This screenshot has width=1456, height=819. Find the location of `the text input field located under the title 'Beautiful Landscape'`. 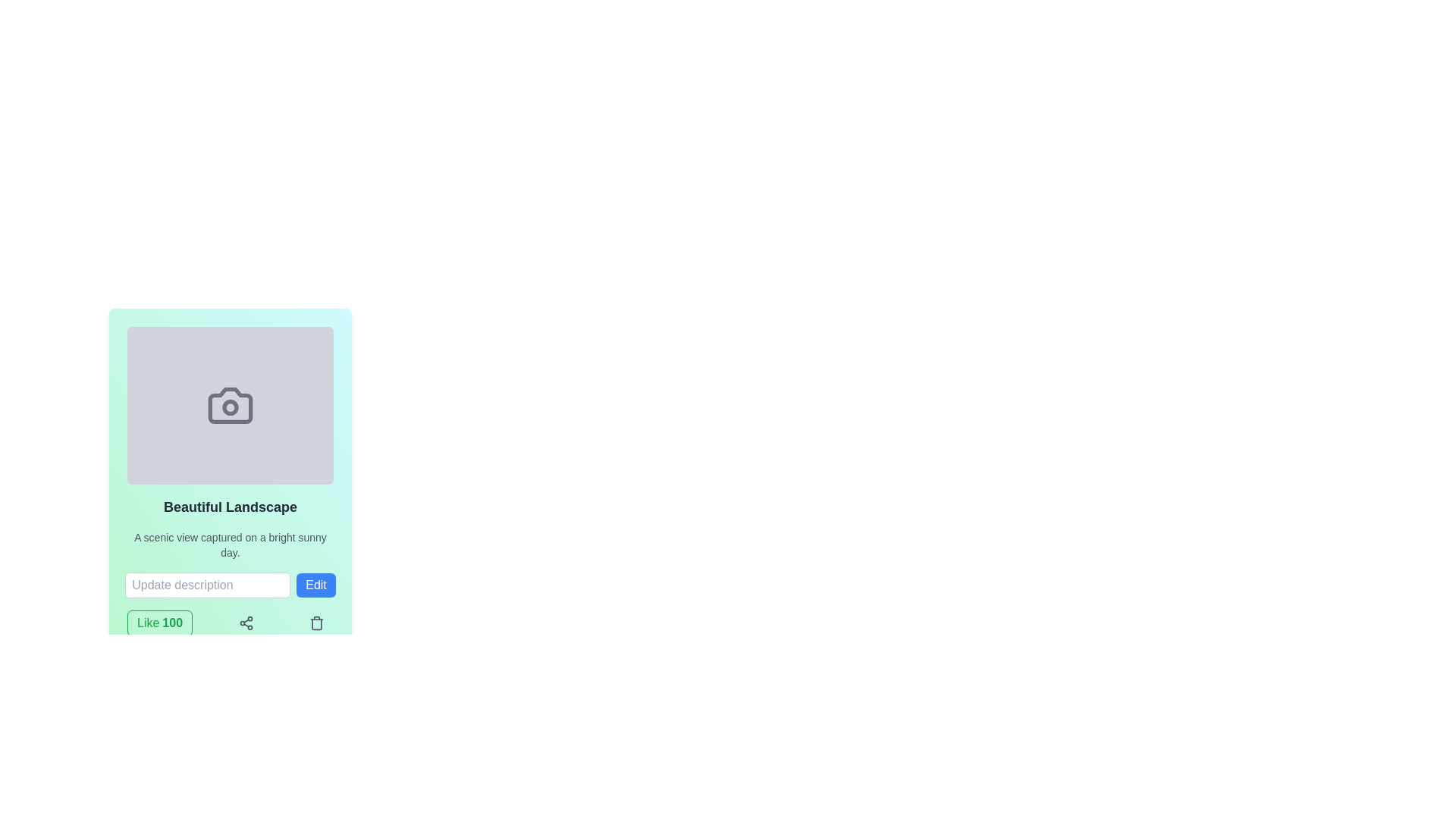

the text input field located under the title 'Beautiful Landscape' is located at coordinates (229, 584).